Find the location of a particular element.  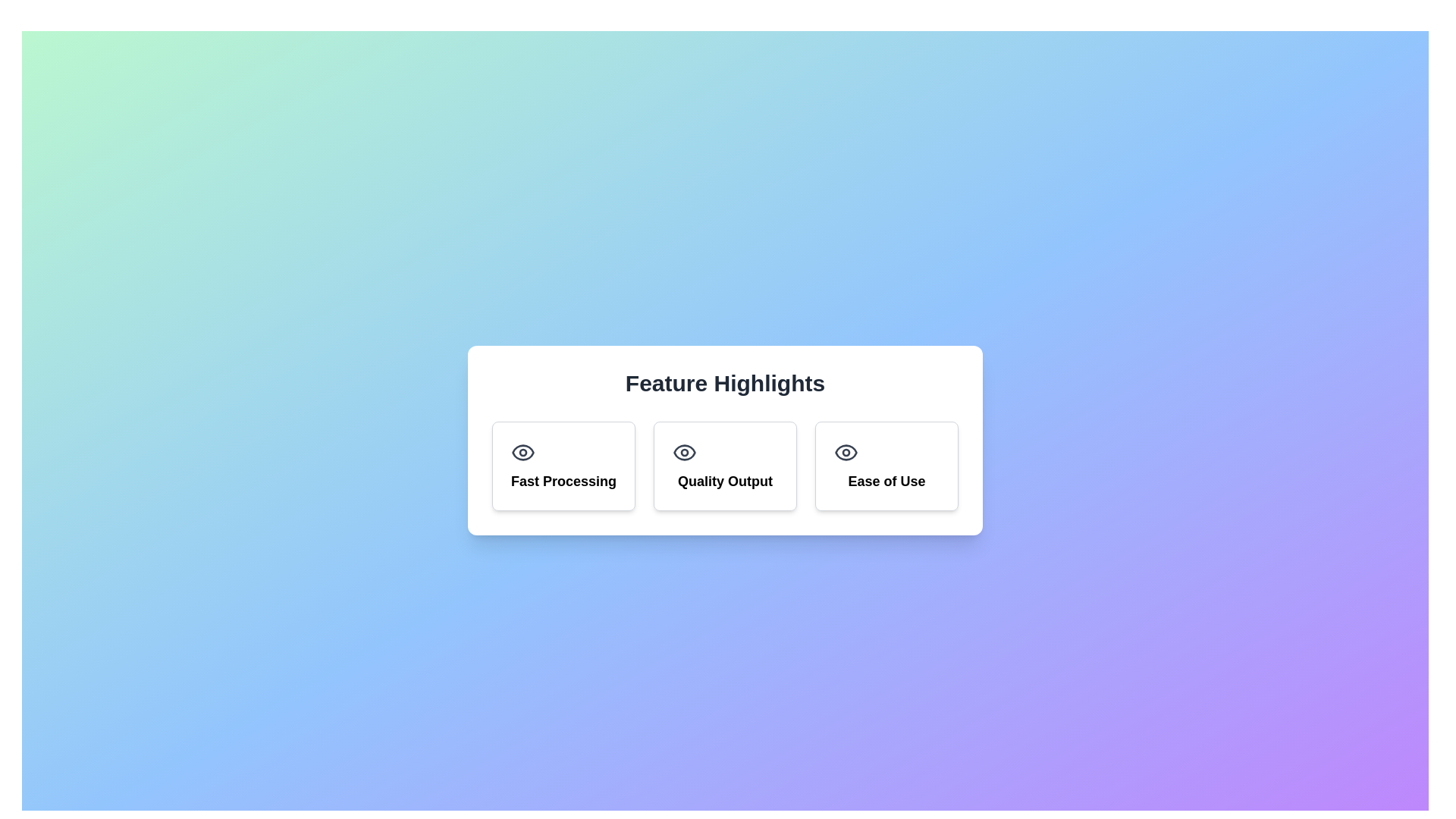

text label indicating 'Fast Processing' located in the leftmost feature tile under 'Feature Highlights' is located at coordinates (563, 482).